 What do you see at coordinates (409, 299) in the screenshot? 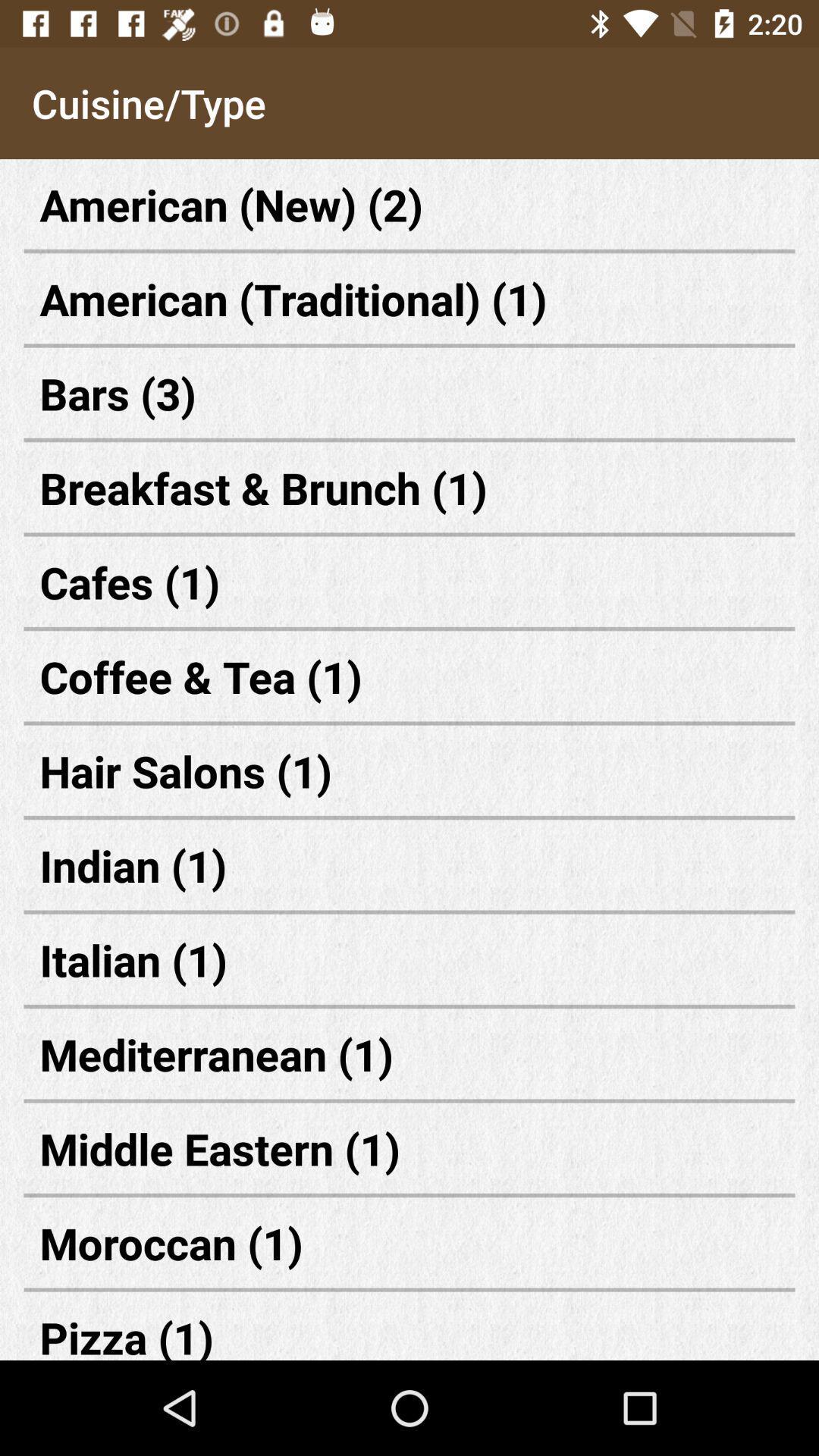
I see `american traditional 1` at bounding box center [409, 299].